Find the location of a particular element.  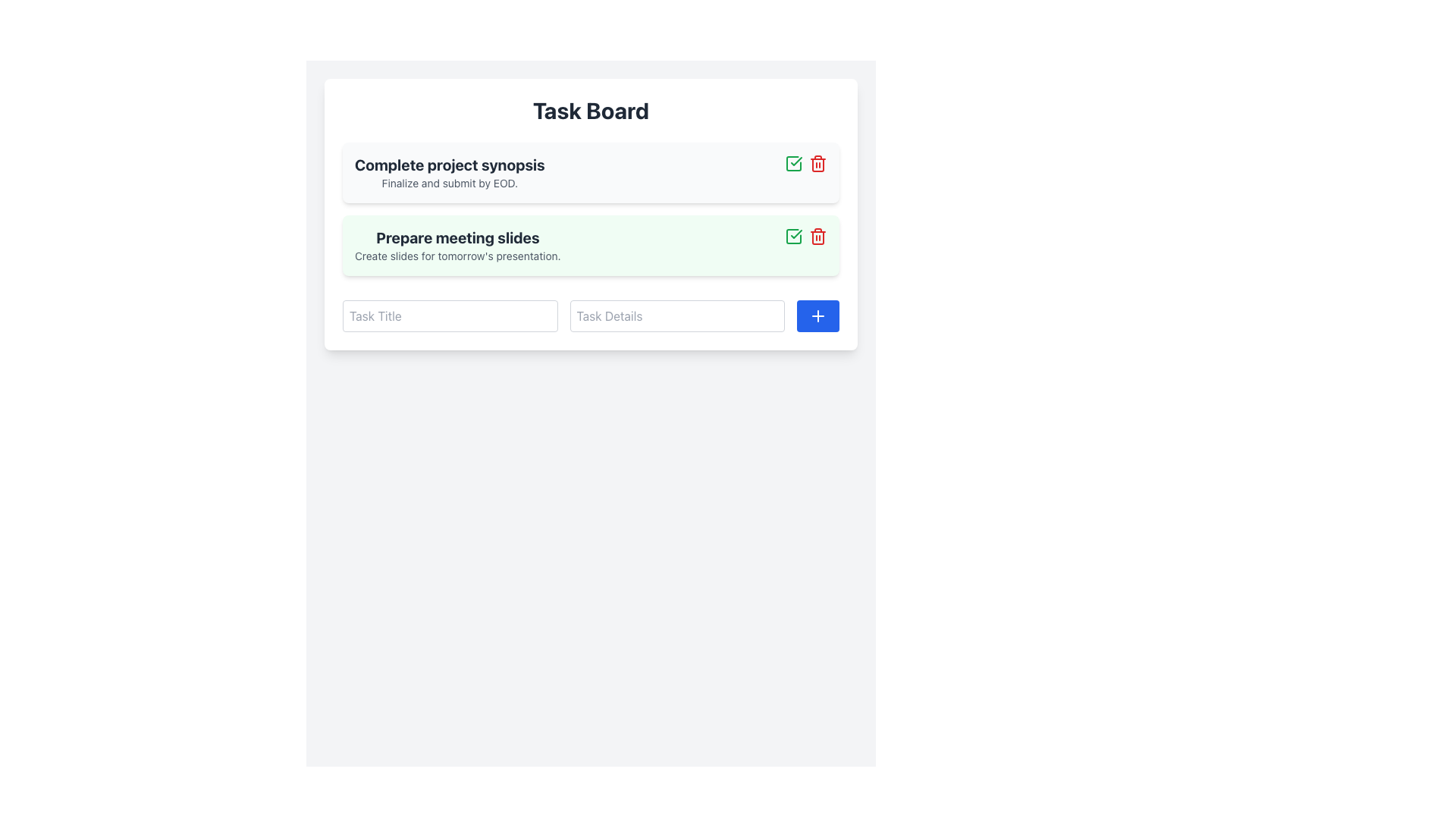

the green square icon with a checkmark inside, located in the task item labeled 'Prepare meeting slides' is located at coordinates (792, 237).